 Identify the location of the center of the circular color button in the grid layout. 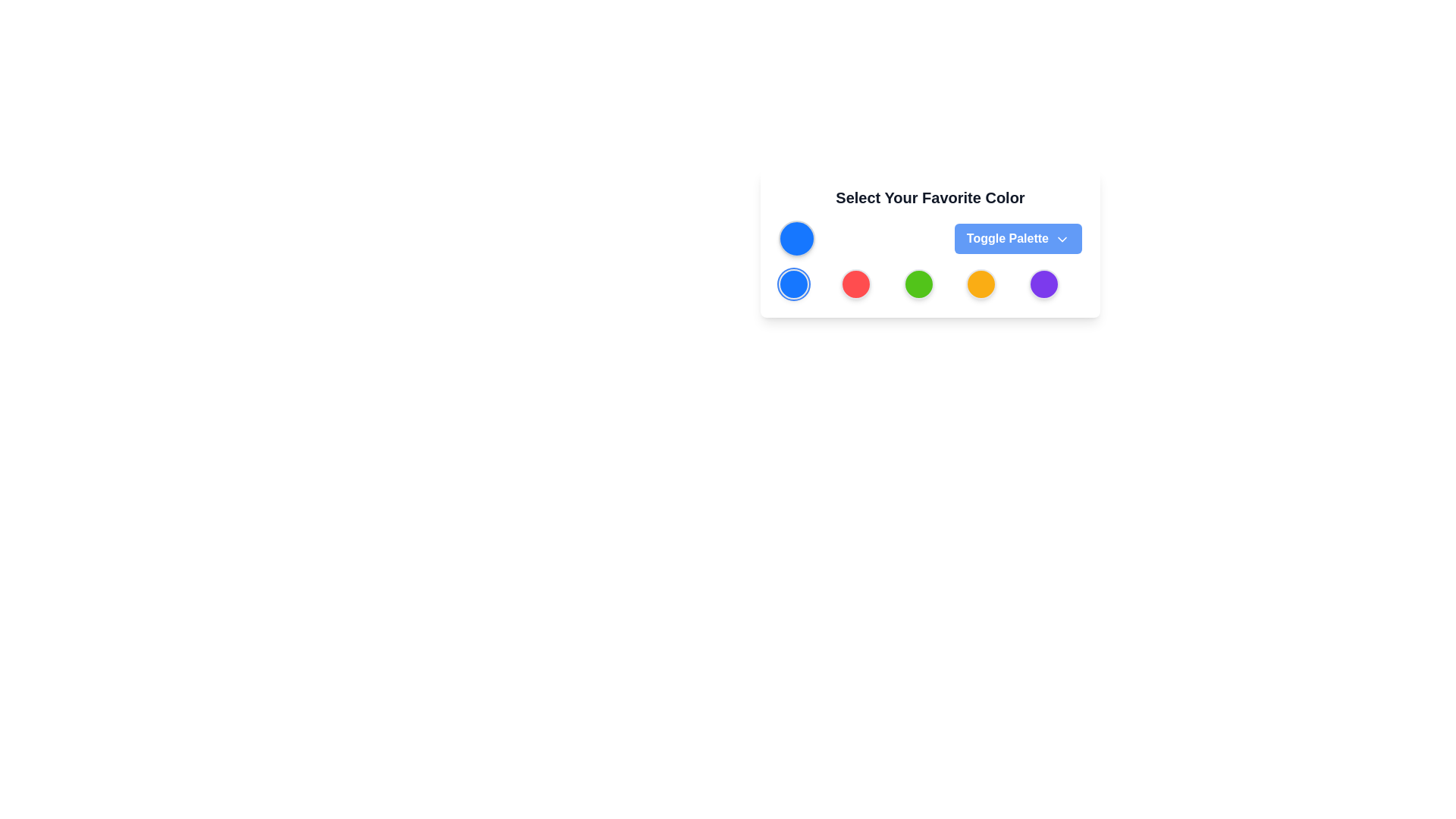
(930, 284).